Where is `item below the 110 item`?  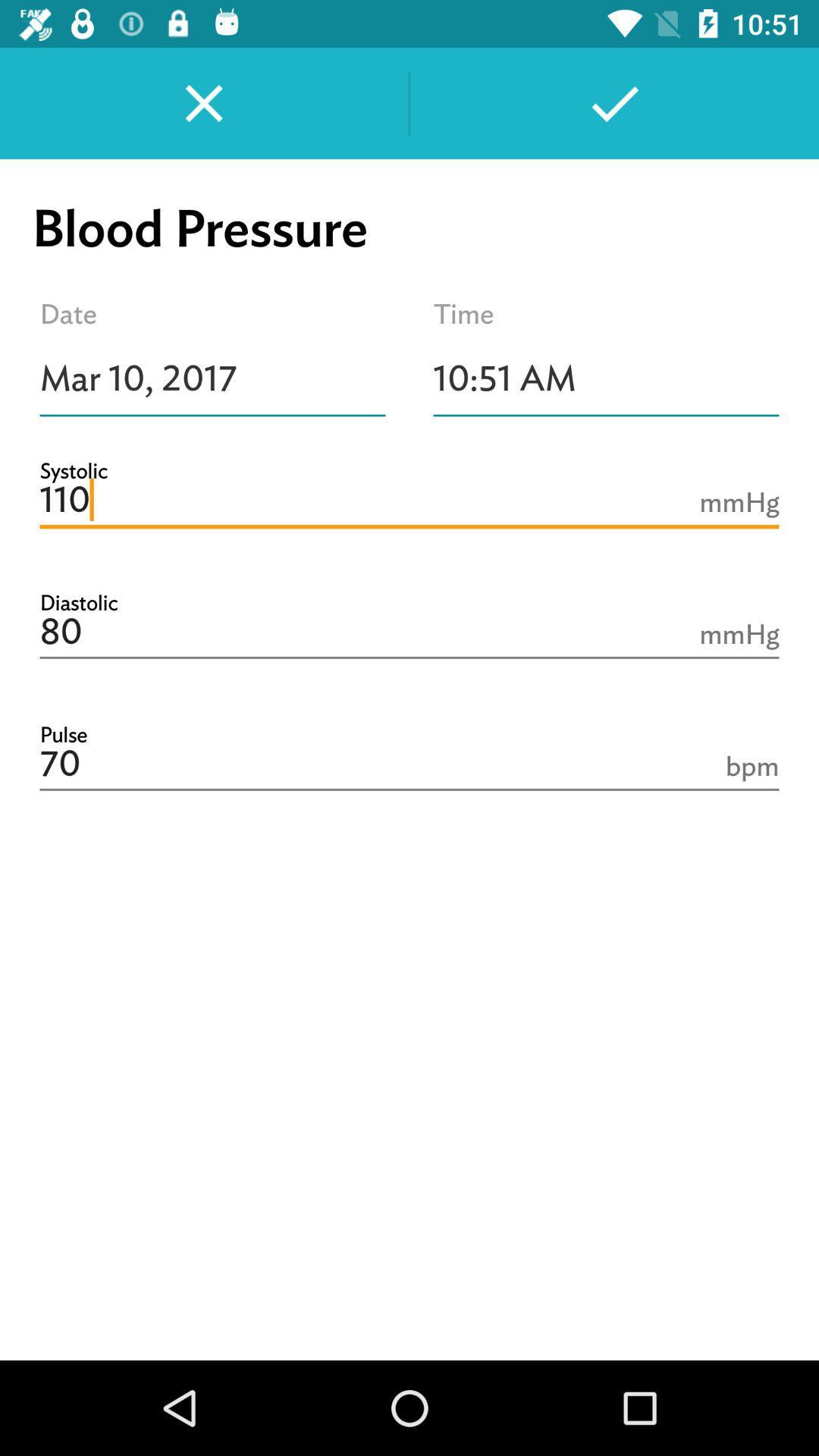
item below the 110 item is located at coordinates (409, 632).